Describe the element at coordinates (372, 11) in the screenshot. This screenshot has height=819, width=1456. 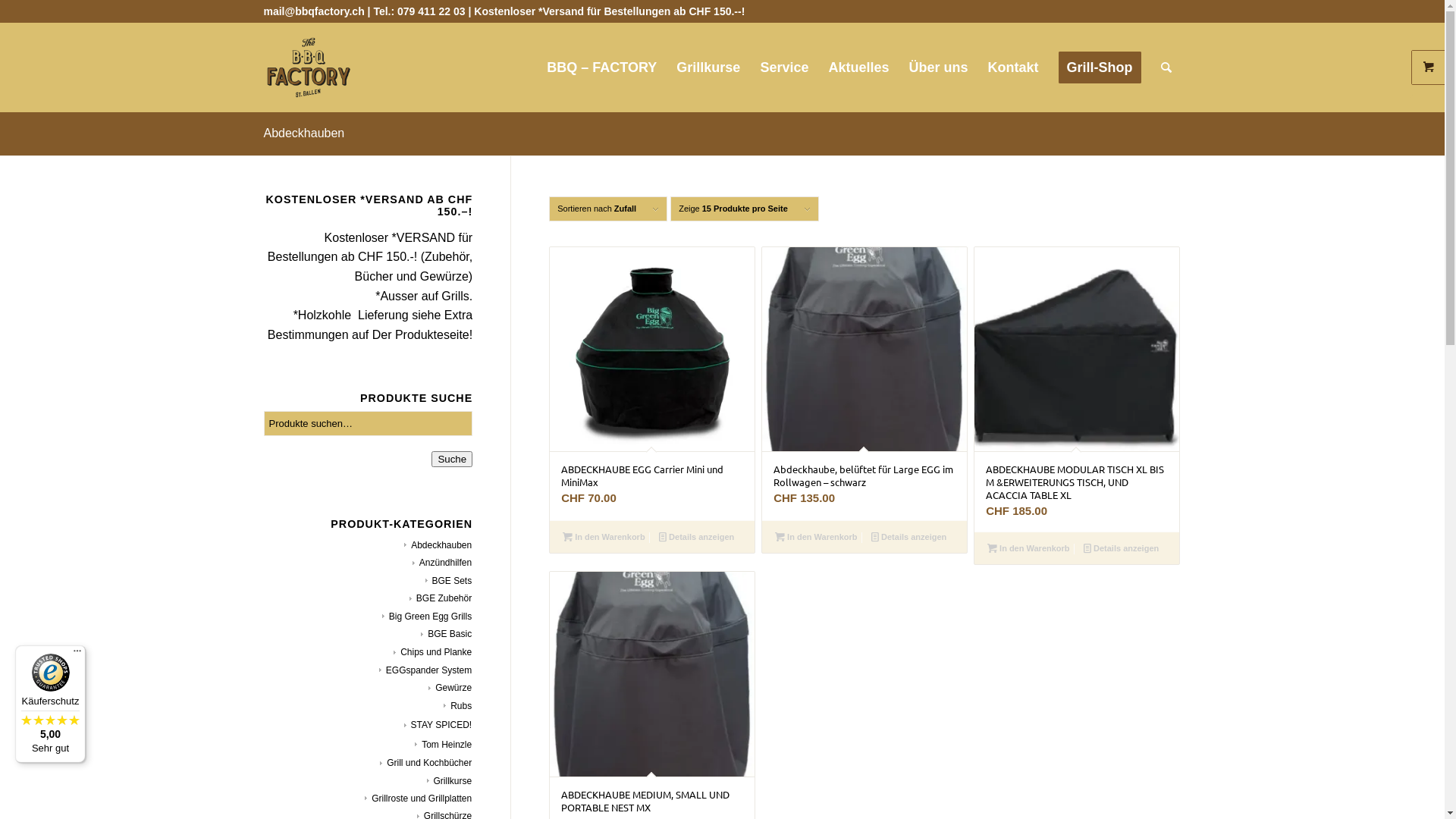
I see `'Tel.: 079 411 22 03'` at that location.